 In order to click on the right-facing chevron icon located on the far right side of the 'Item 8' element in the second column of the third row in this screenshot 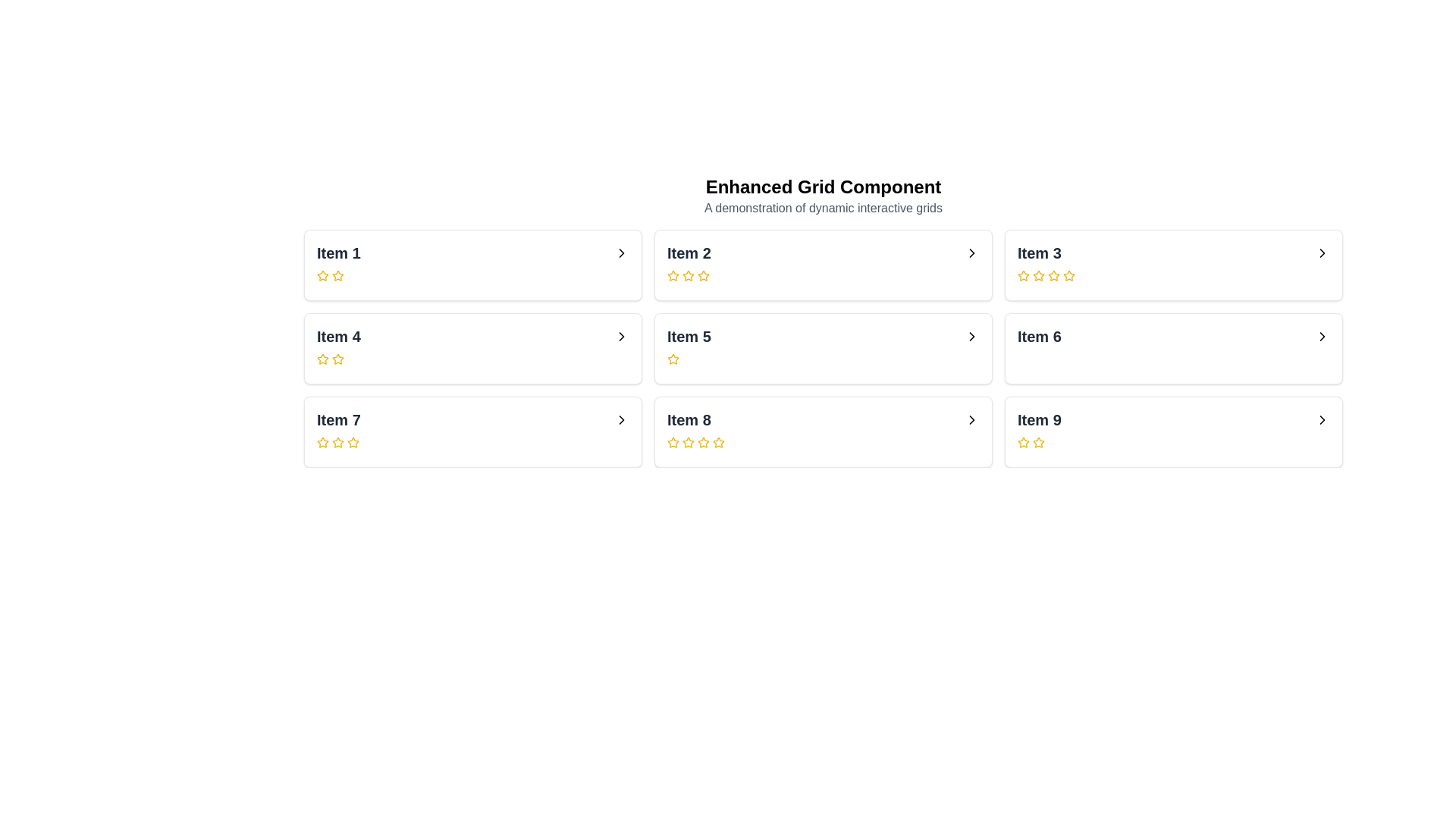, I will do `click(971, 420)`.